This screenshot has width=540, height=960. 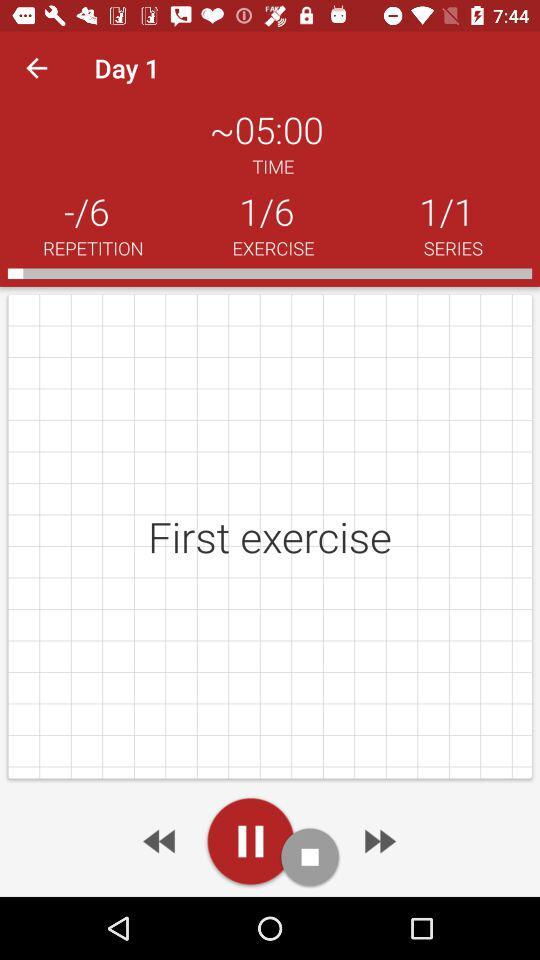 What do you see at coordinates (250, 840) in the screenshot?
I see `to pause or play the program` at bounding box center [250, 840].